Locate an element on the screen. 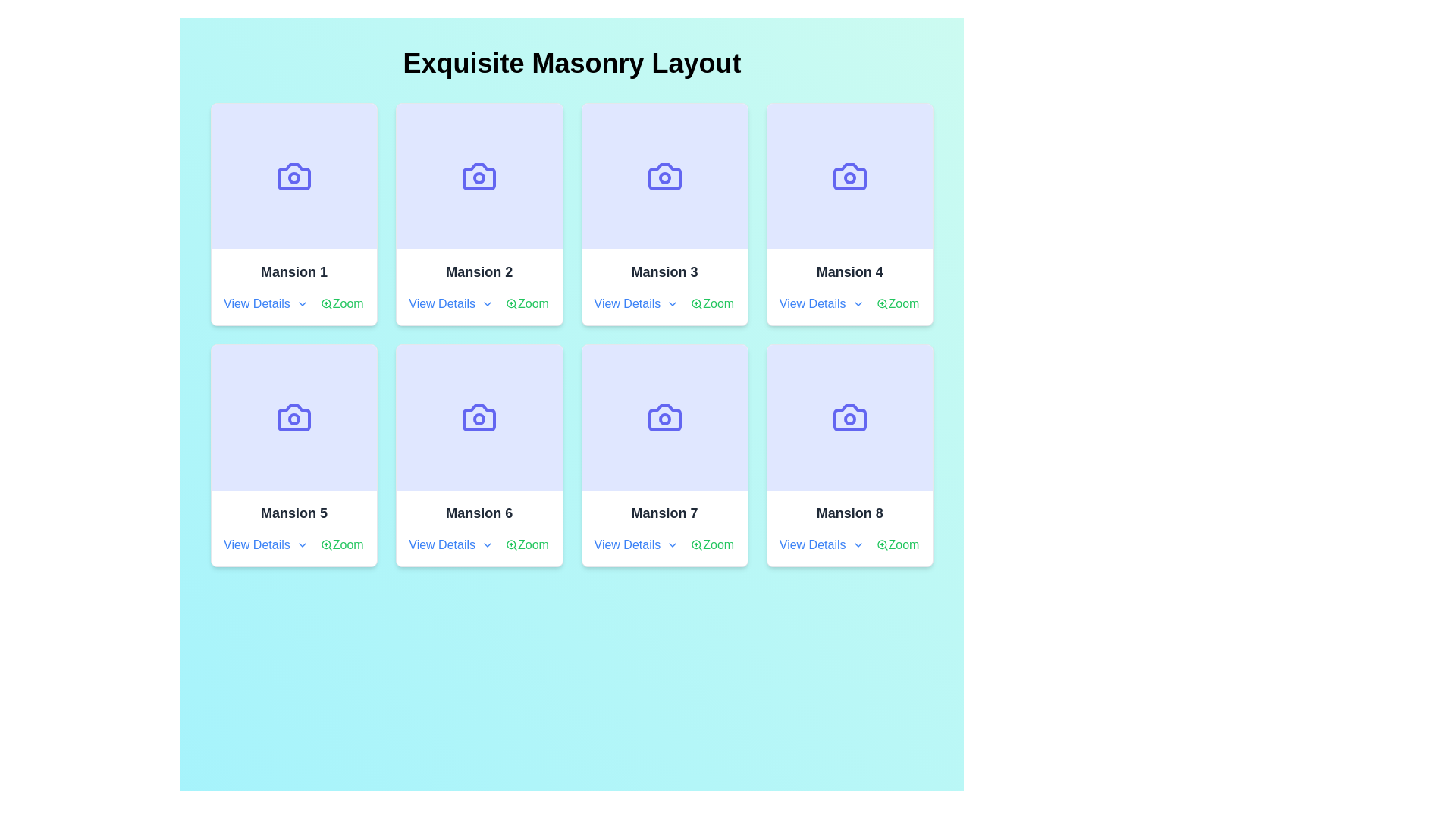  the magnifying glass icon with a plus sign inside, located next to the text 'Zoom' in the 'Mansion 7' card is located at coordinates (696, 544).